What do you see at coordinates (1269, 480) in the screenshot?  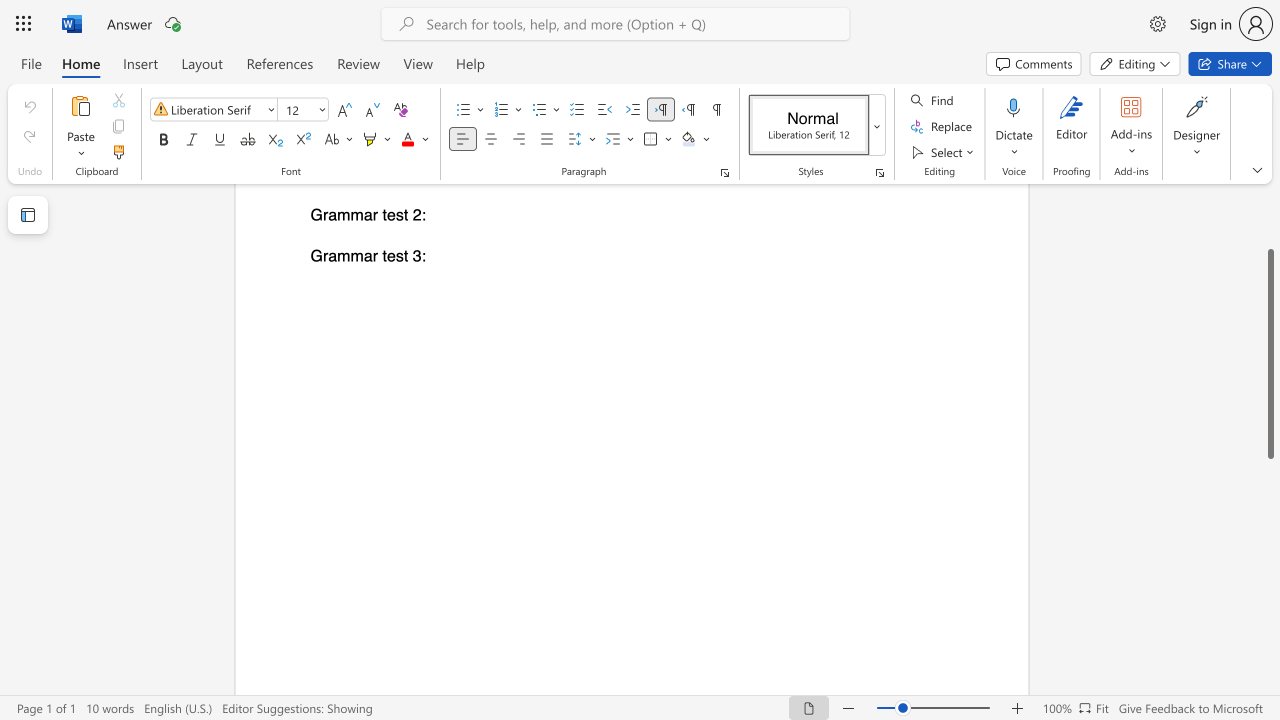 I see `the scrollbar to move the view down` at bounding box center [1269, 480].